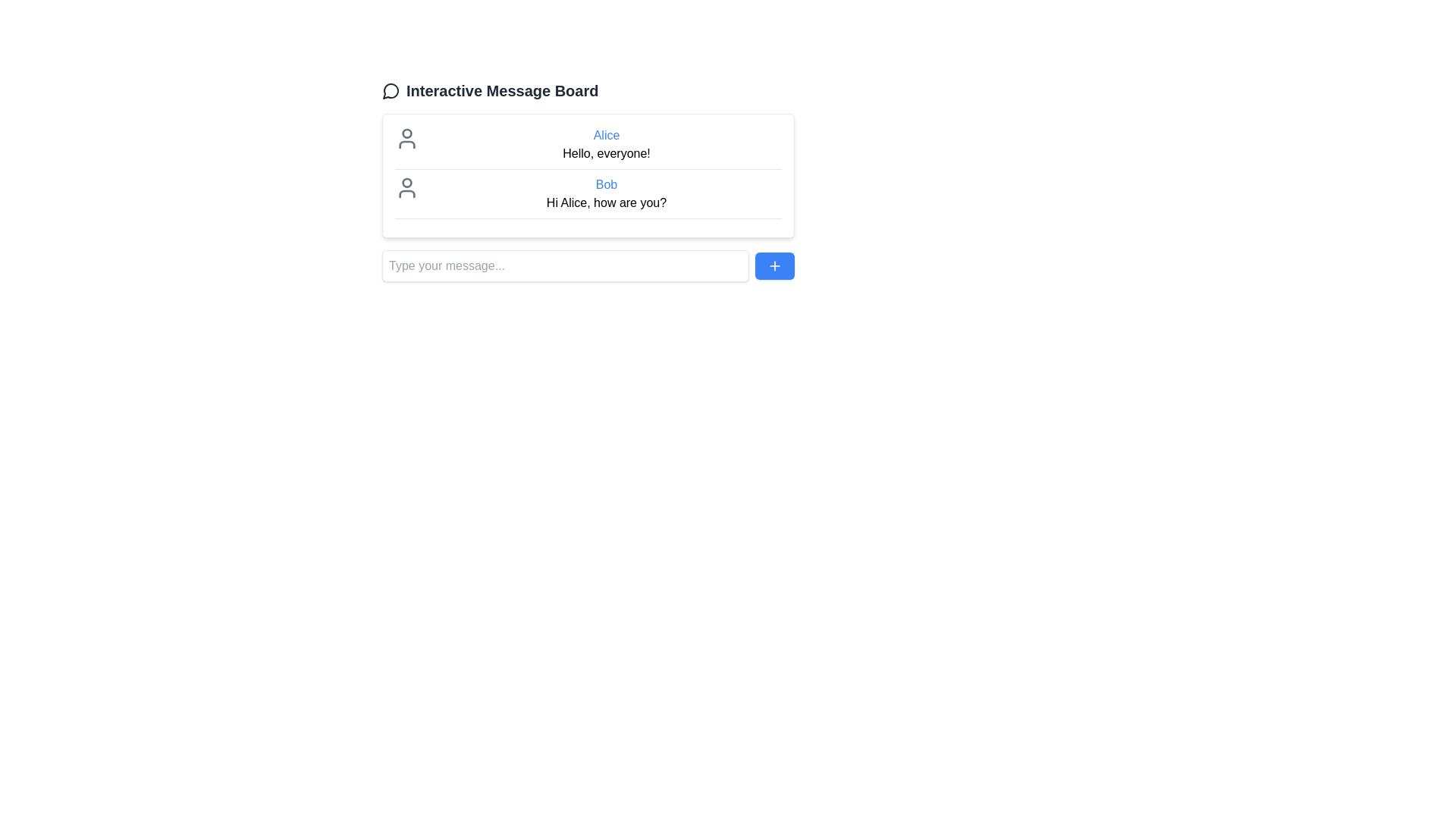 The image size is (1456, 819). What do you see at coordinates (407, 181) in the screenshot?
I see `the circular icon representing a part of the user icon for Bob, which is positioned above the bottom arc of the user avatar` at bounding box center [407, 181].